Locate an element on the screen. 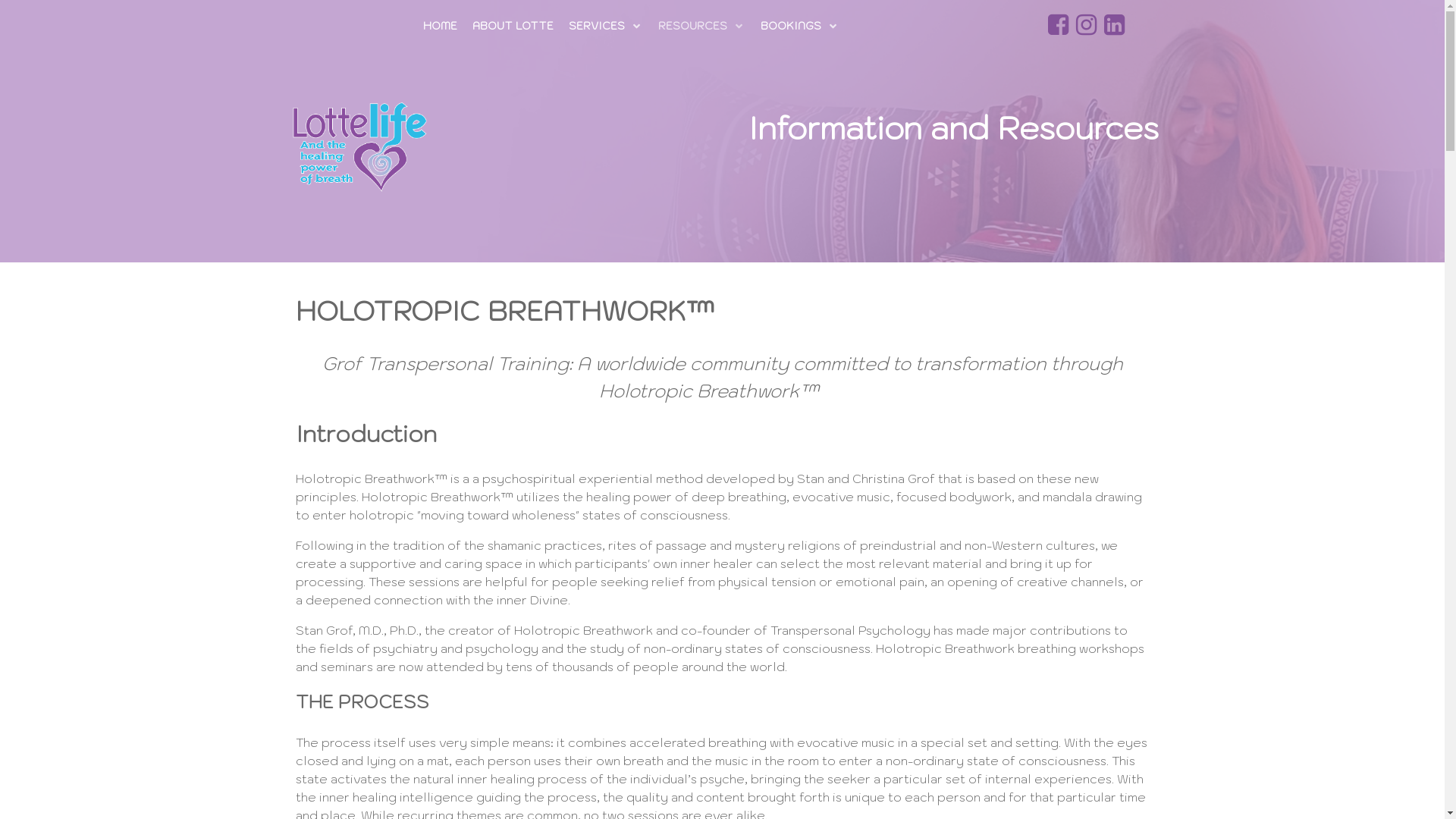  'HOME' is located at coordinates (439, 25).